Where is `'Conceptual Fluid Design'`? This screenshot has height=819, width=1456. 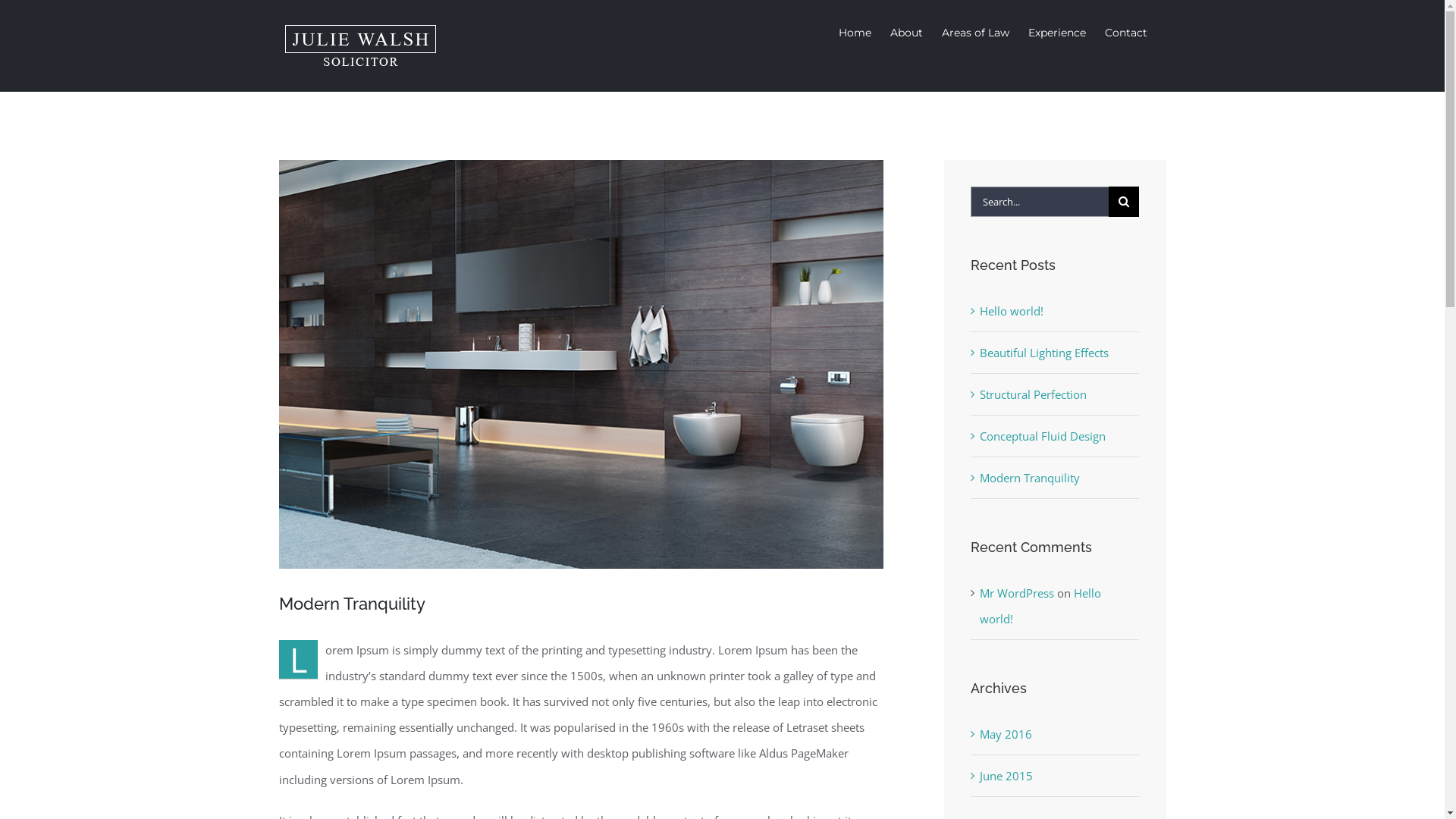
'Conceptual Fluid Design' is located at coordinates (1041, 435).